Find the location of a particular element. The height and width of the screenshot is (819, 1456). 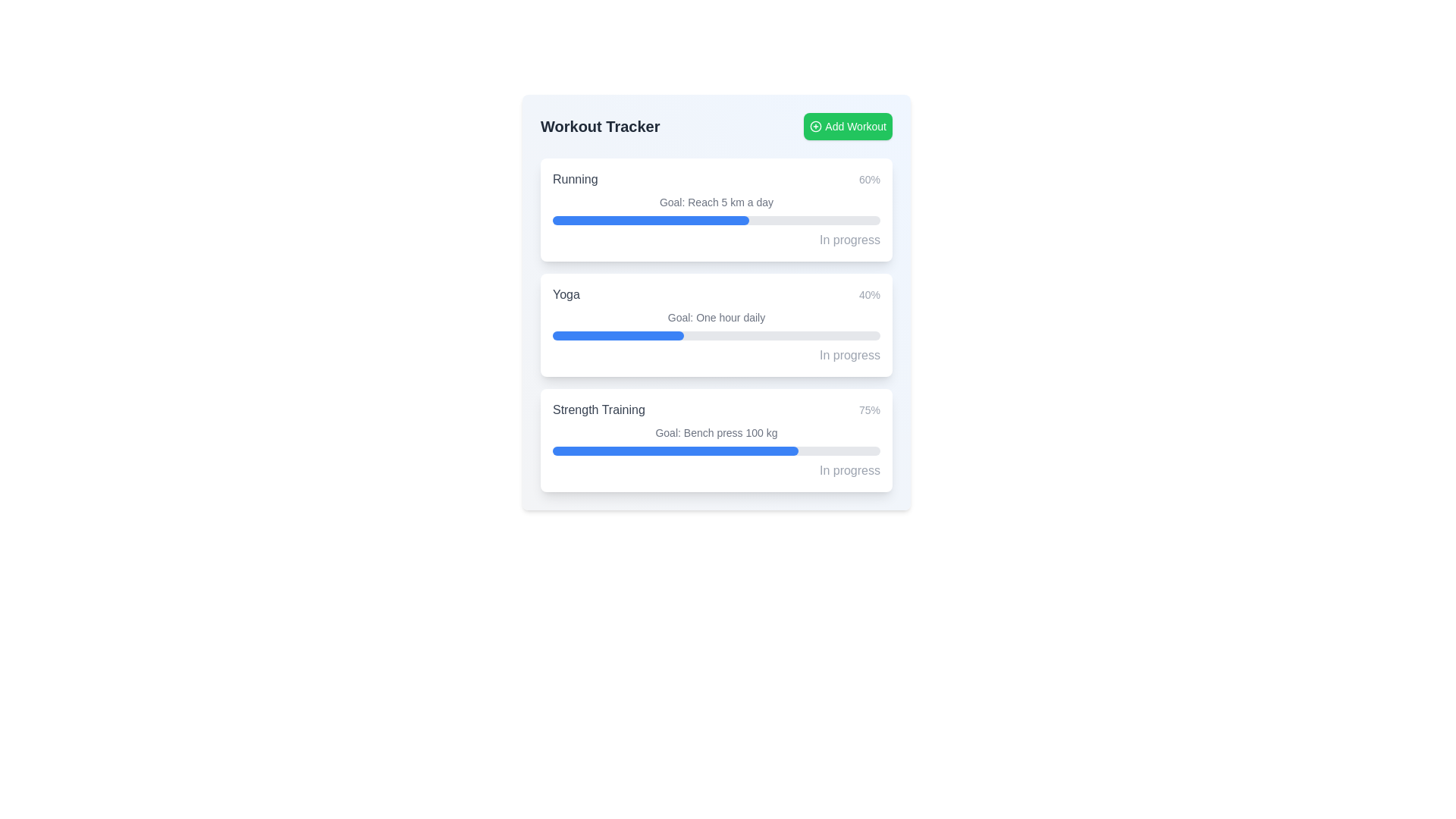

the horizontal progress bar styled with a rounded rectangular background in light gray and a filled portion in blue, which is part of the 'Yoga' card labeled with 'Goal: One hour daily' and '40%' is located at coordinates (716, 335).